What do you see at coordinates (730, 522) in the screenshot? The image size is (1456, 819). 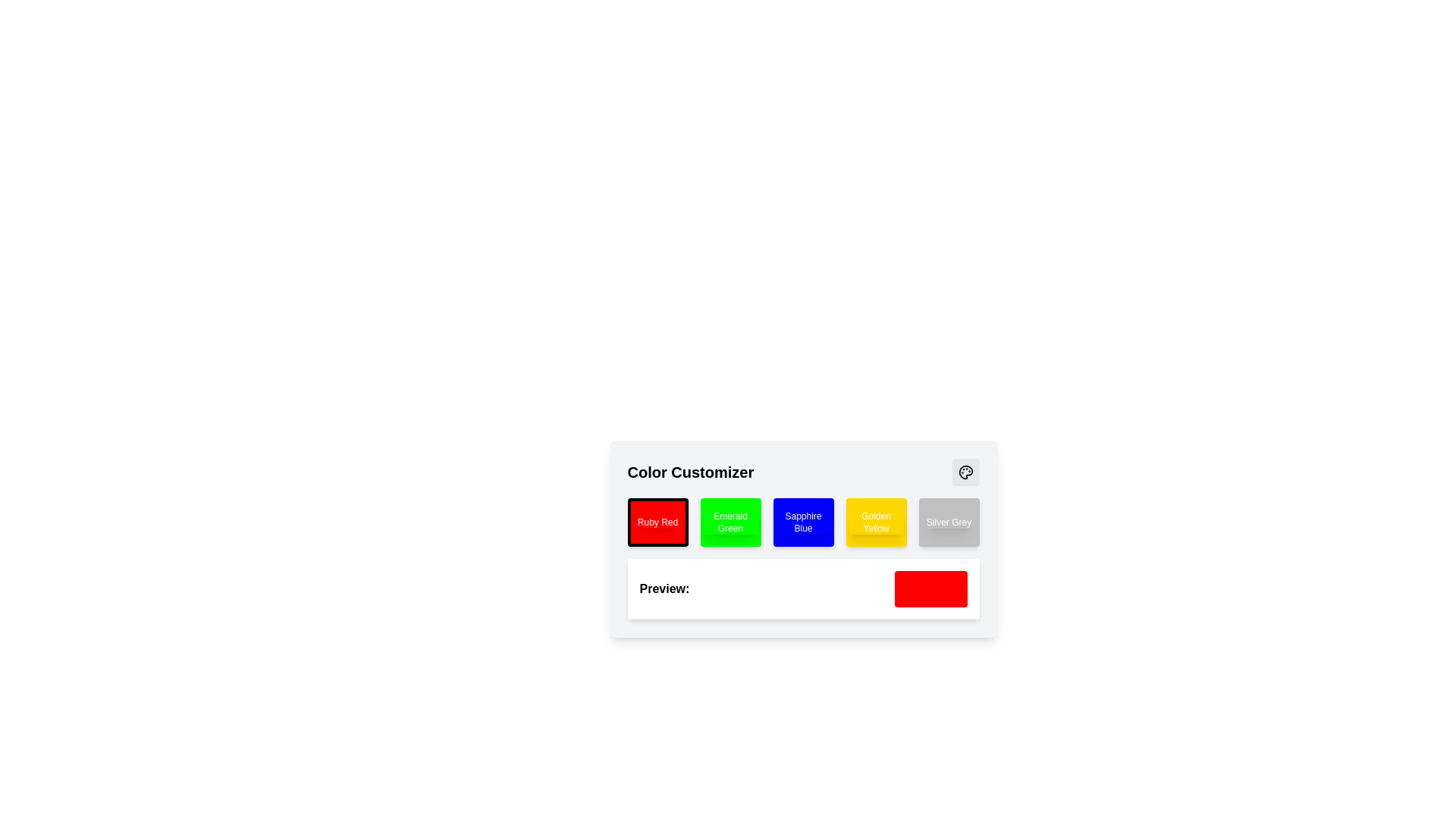 I see `the 'Emerald Green' button, which is the second button in the horizontal row of color selection buttons in the 'Color Customizer' section` at bounding box center [730, 522].